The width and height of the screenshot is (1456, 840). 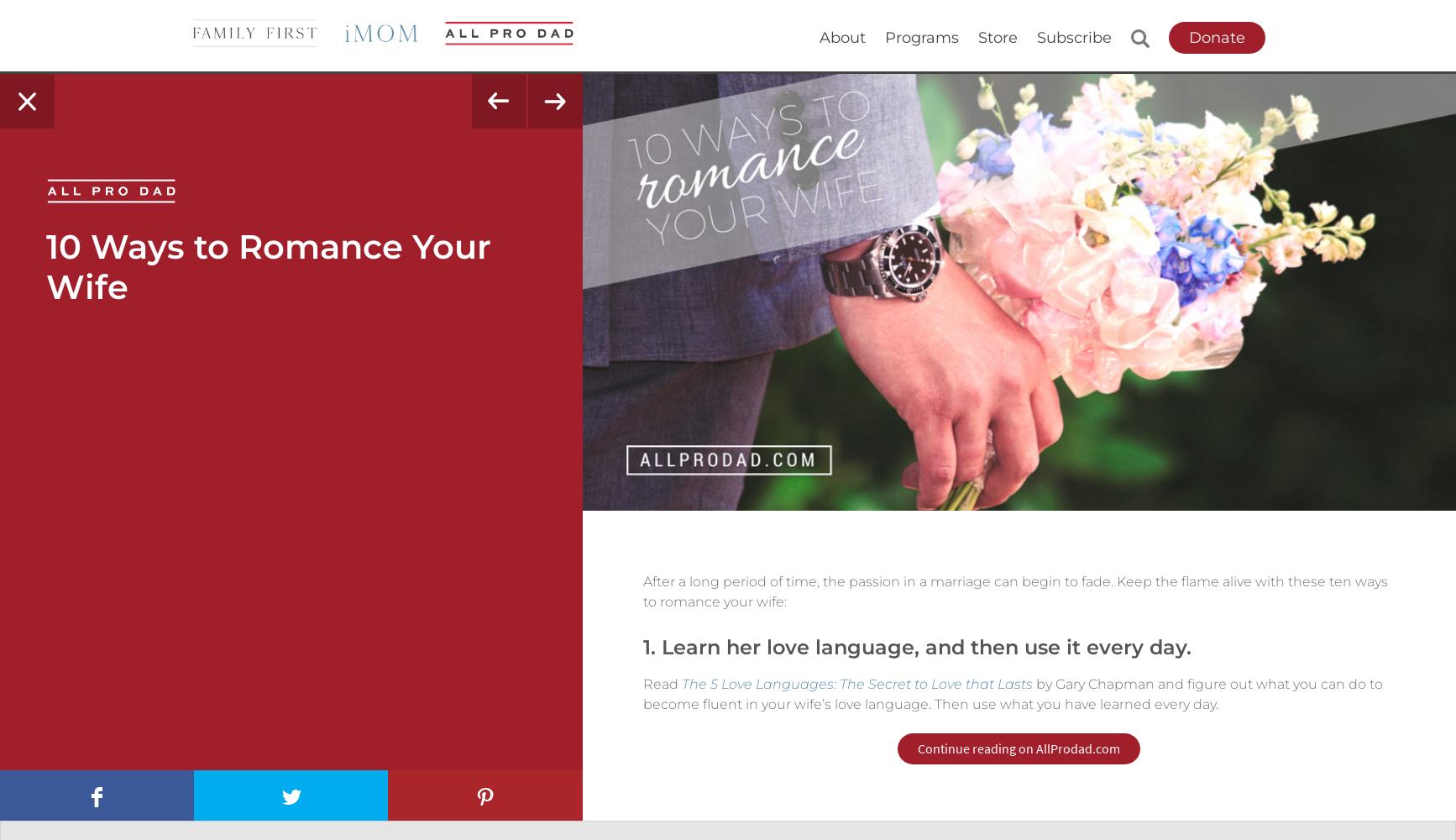 What do you see at coordinates (642, 683) in the screenshot?
I see `'Read'` at bounding box center [642, 683].